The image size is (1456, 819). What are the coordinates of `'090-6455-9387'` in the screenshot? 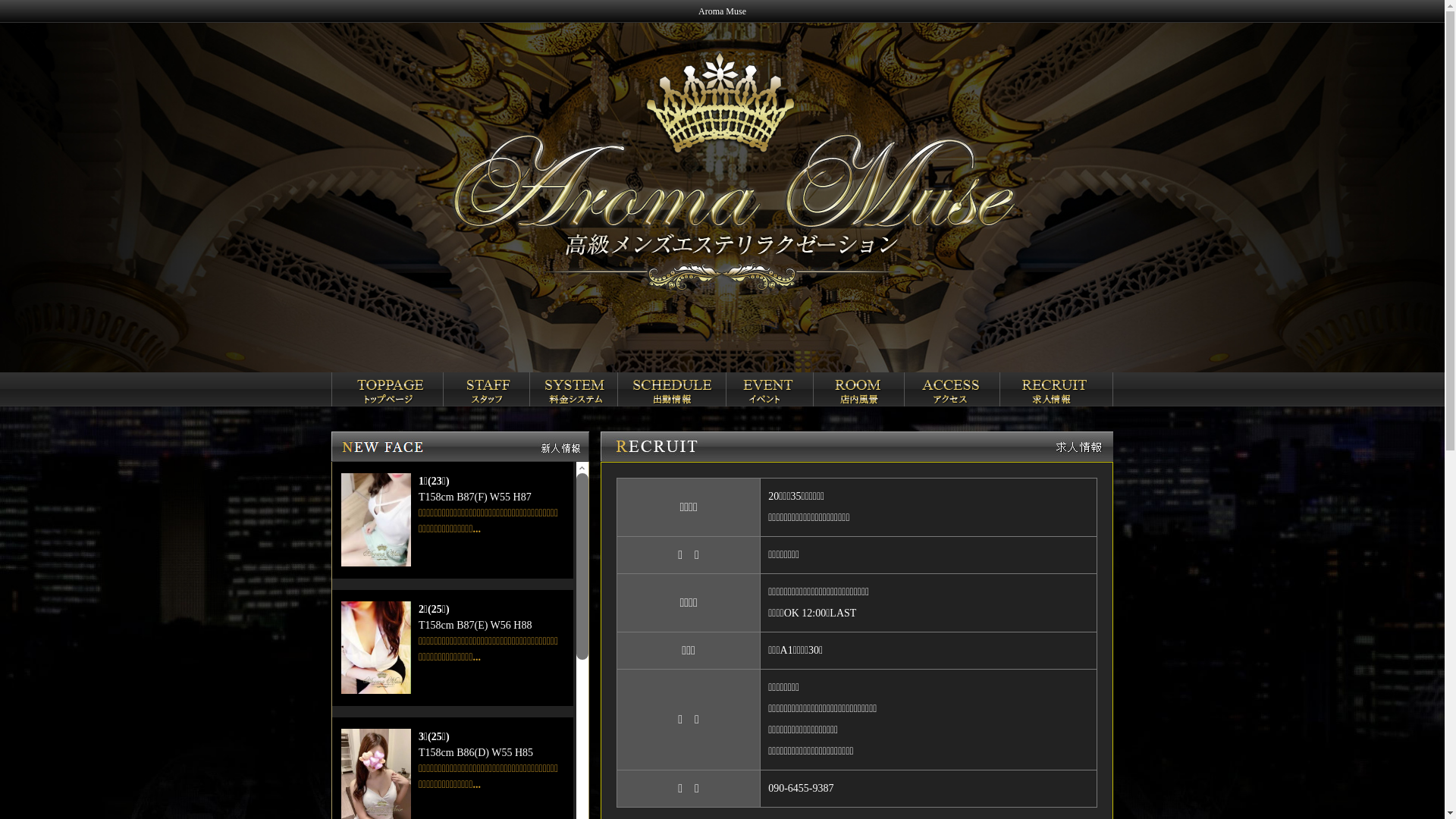 It's located at (767, 787).